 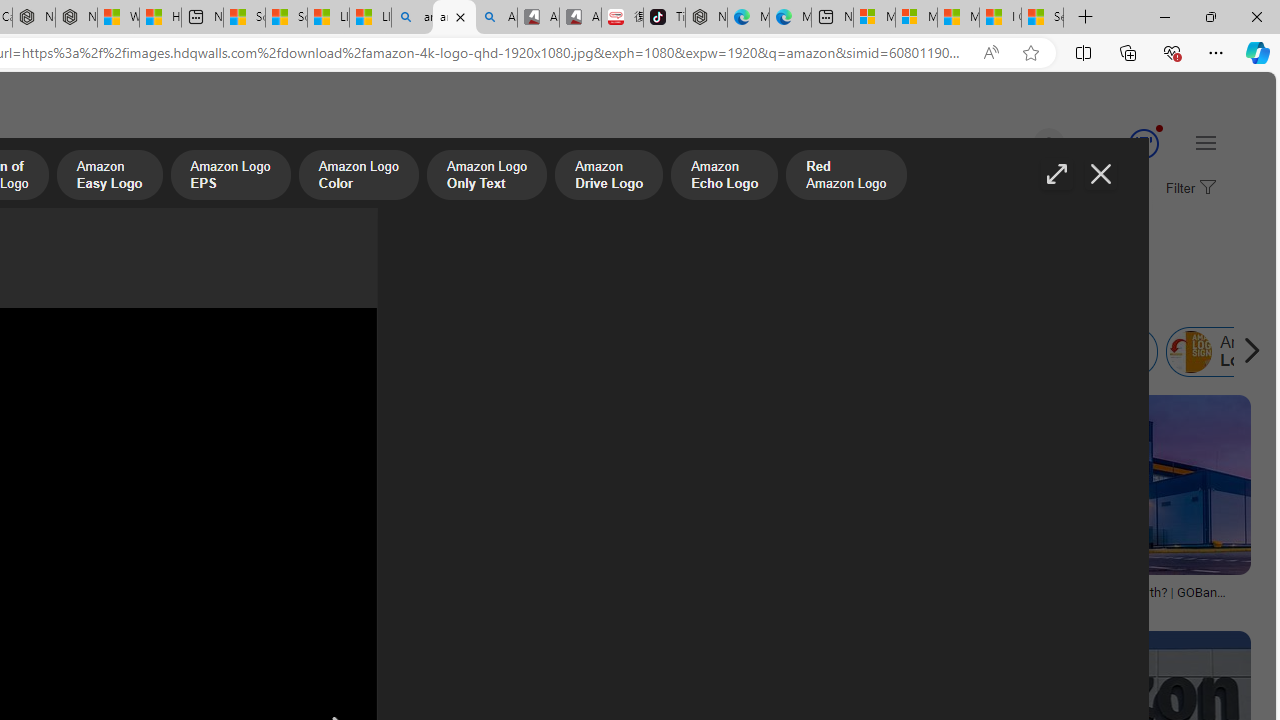 I want to click on 'Wildlife - MSN', so click(x=118, y=17).